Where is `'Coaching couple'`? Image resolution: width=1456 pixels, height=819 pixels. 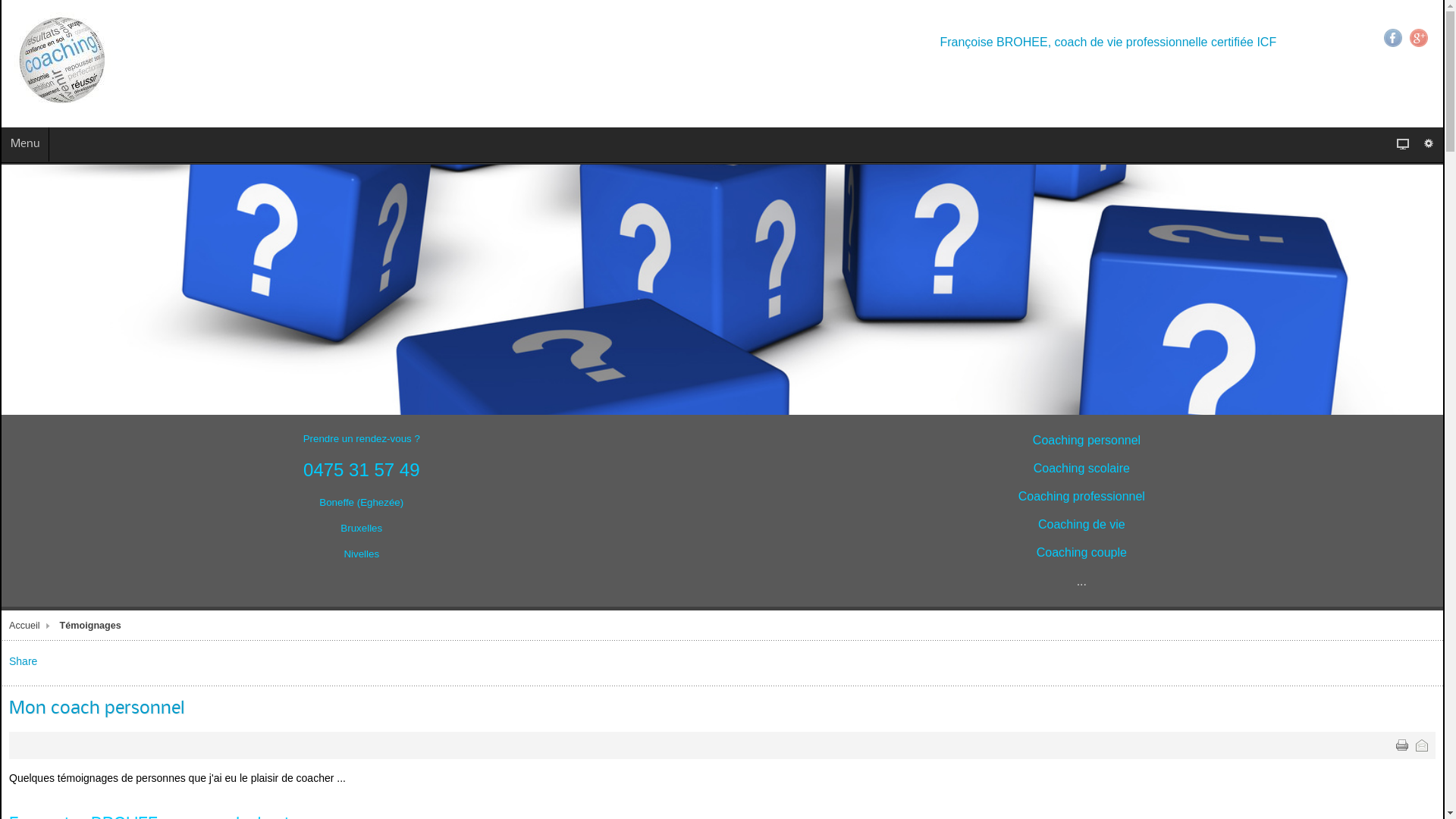 'Coaching couple' is located at coordinates (1036, 553).